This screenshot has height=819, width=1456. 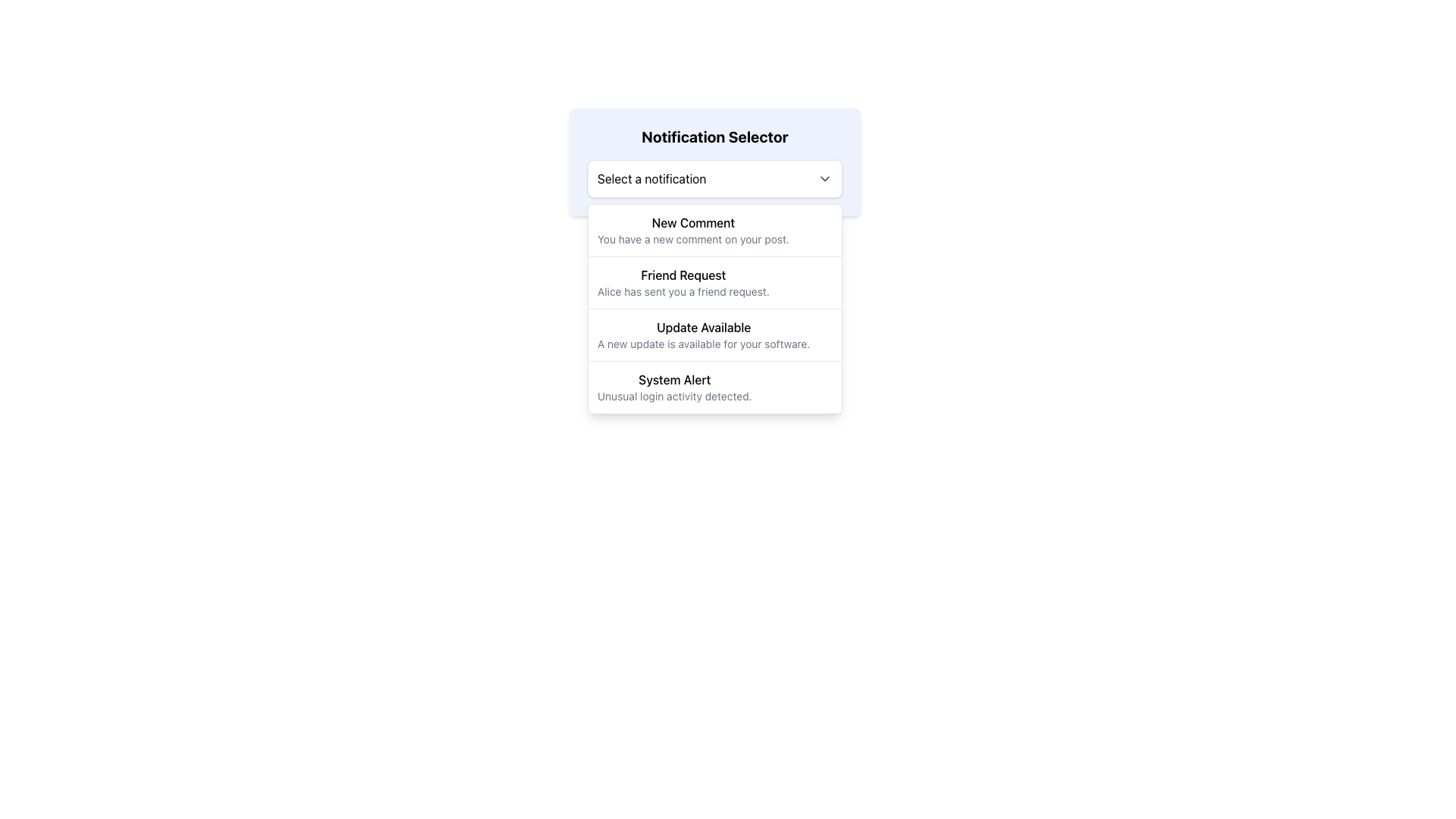 I want to click on the notification item titled 'Friend Request' that indicates 'Alice has sent you a friend request.', so click(x=714, y=283).